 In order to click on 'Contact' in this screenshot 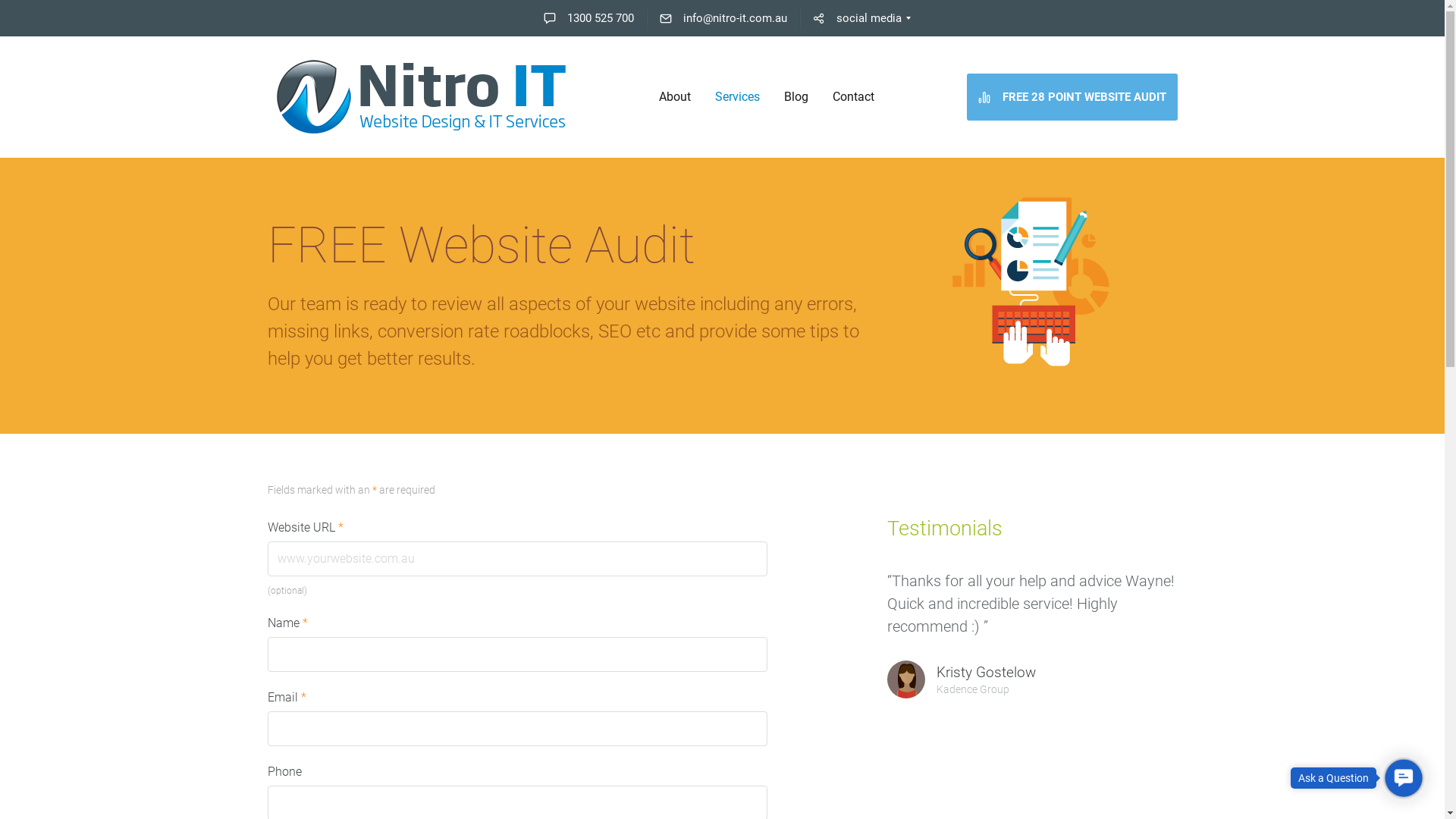, I will do `click(853, 96)`.